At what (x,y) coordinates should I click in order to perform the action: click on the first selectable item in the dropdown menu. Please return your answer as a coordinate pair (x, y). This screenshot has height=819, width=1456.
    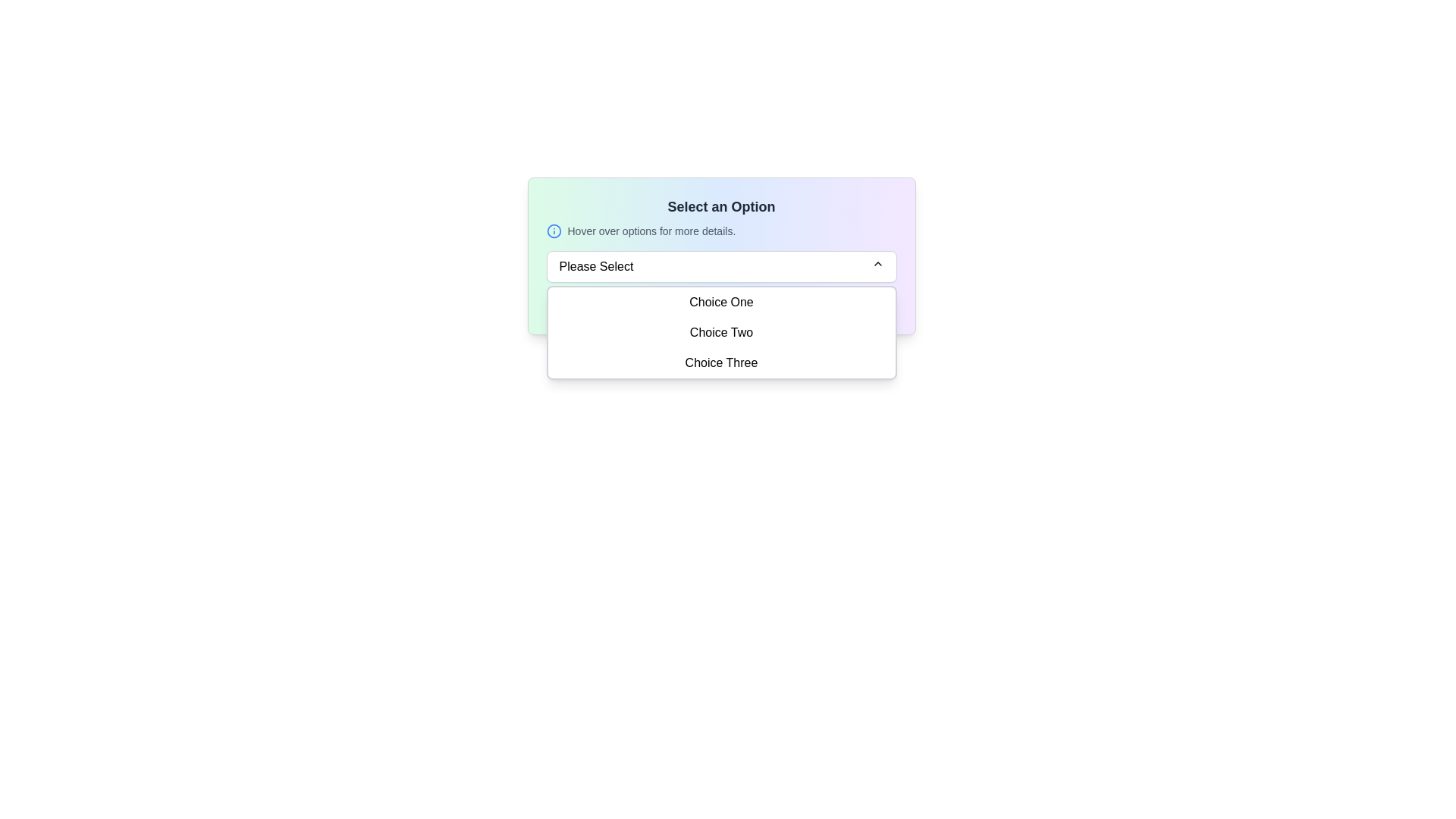
    Looking at the image, I should click on (720, 302).